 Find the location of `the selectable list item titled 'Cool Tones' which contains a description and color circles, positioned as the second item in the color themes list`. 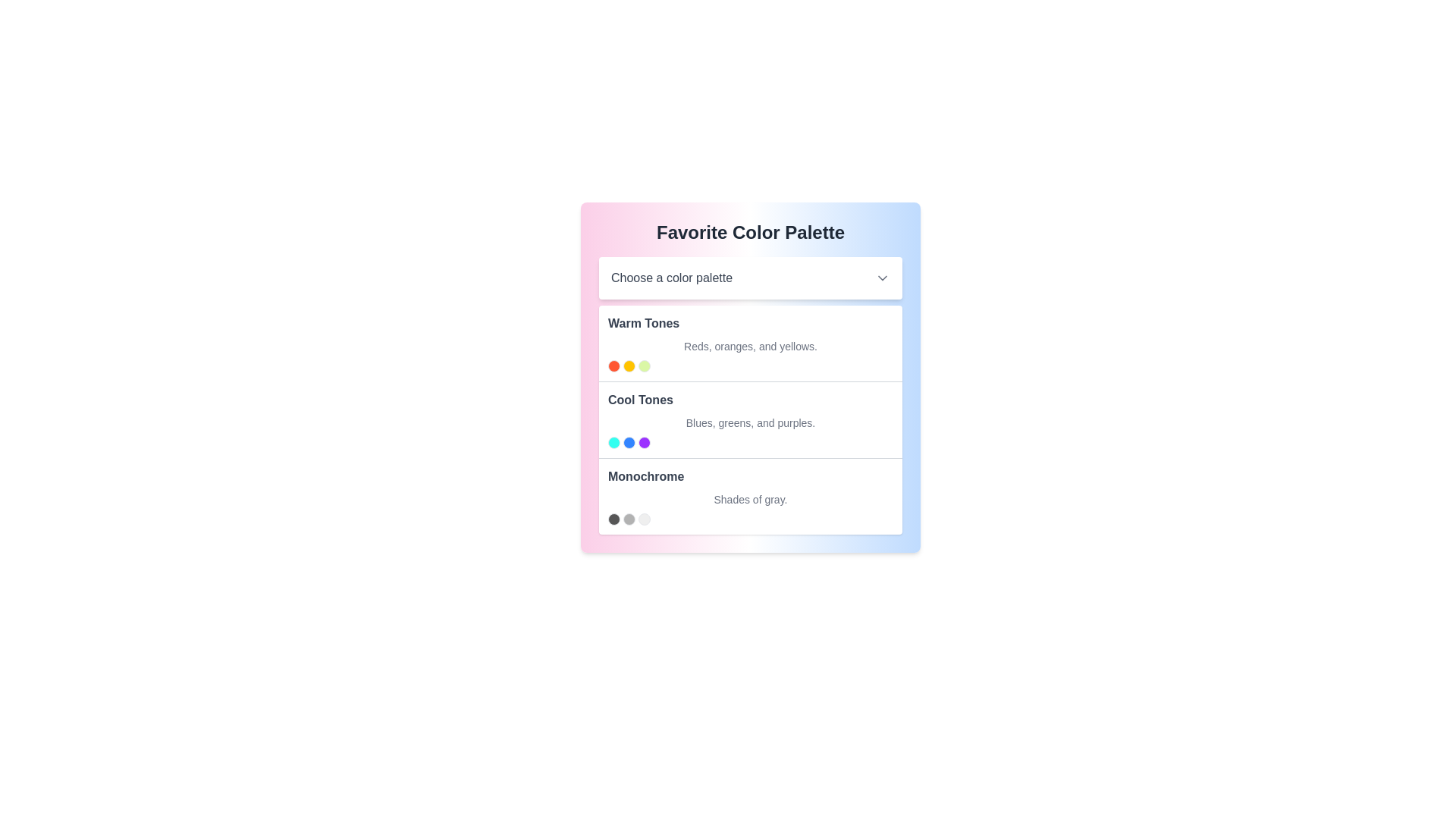

the selectable list item titled 'Cool Tones' which contains a description and color circles, positioned as the second item in the color themes list is located at coordinates (750, 419).